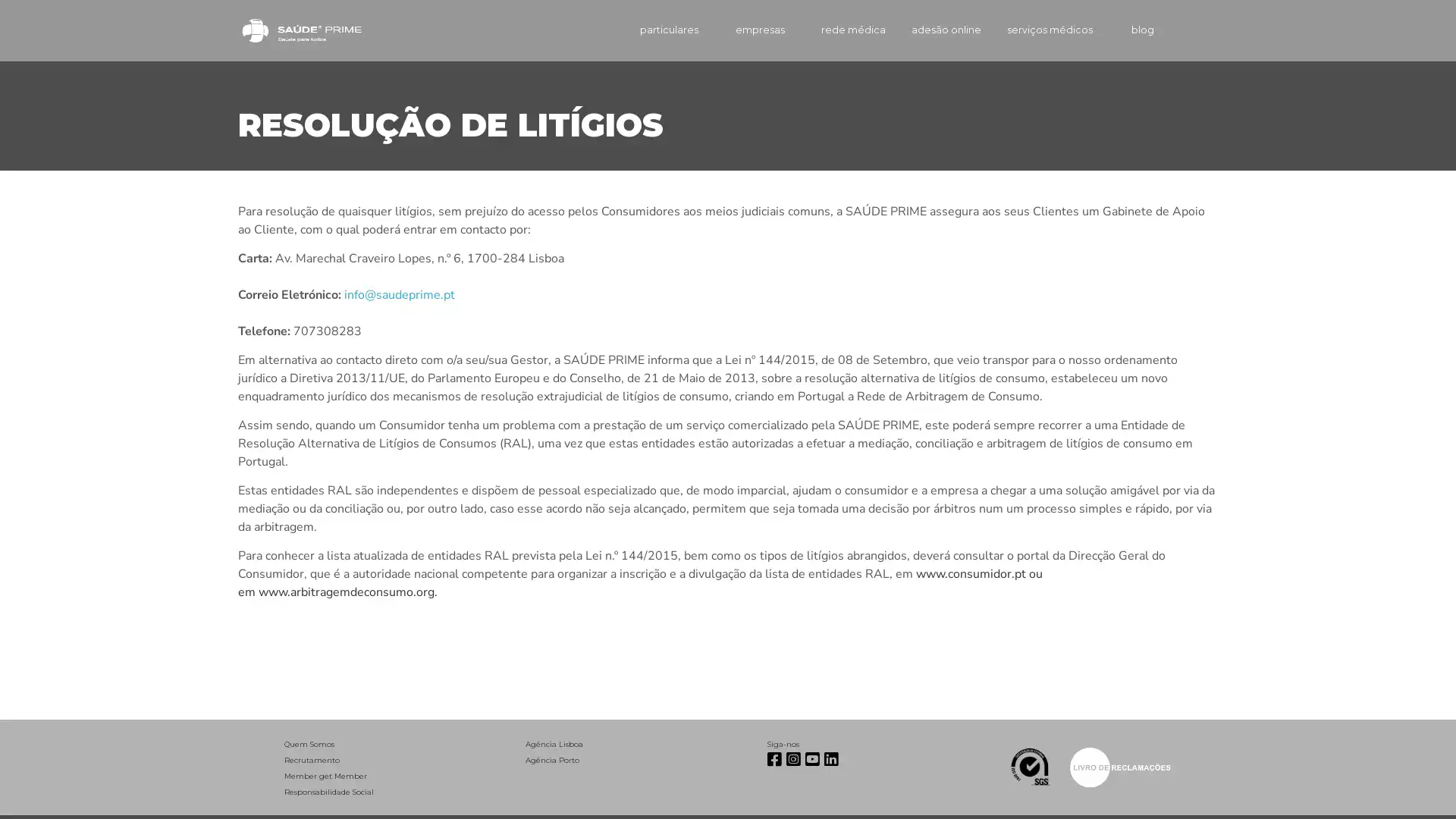 The height and width of the screenshot is (819, 1456). What do you see at coordinates (830, 30) in the screenshot?
I see `rede medica` at bounding box center [830, 30].